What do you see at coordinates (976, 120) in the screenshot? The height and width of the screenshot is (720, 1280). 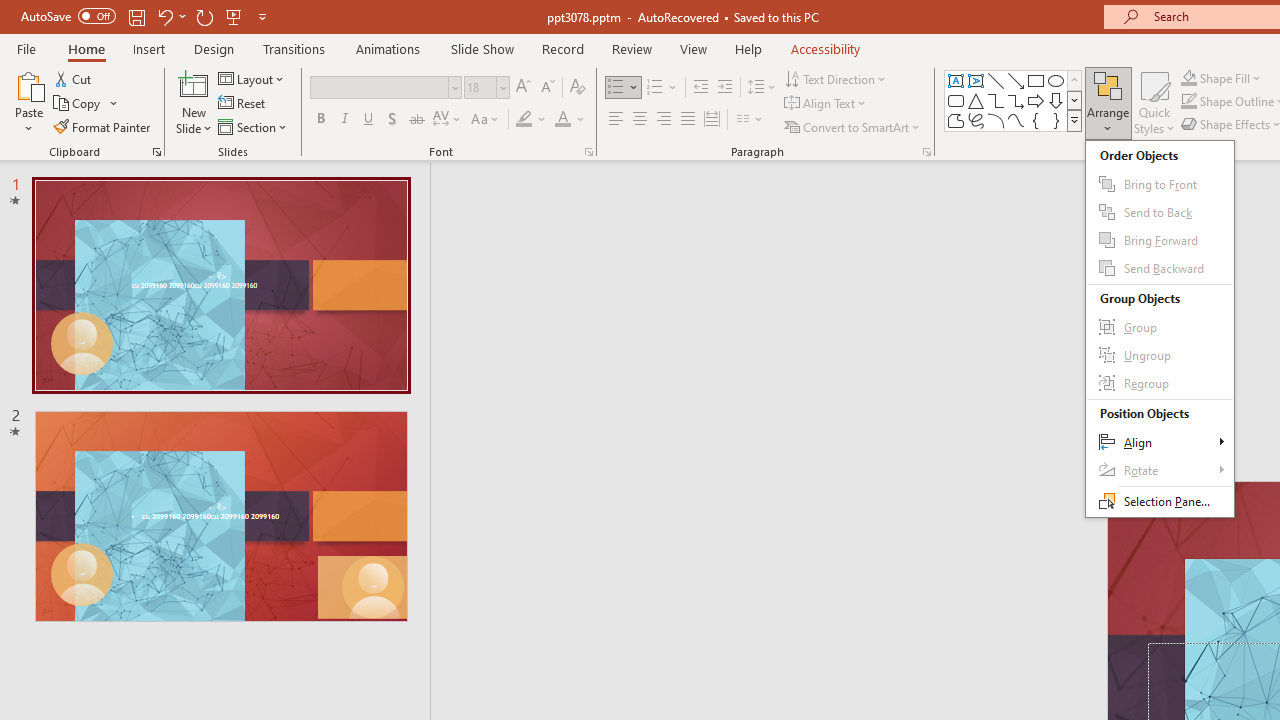 I see `'Freeform: Scribble'` at bounding box center [976, 120].